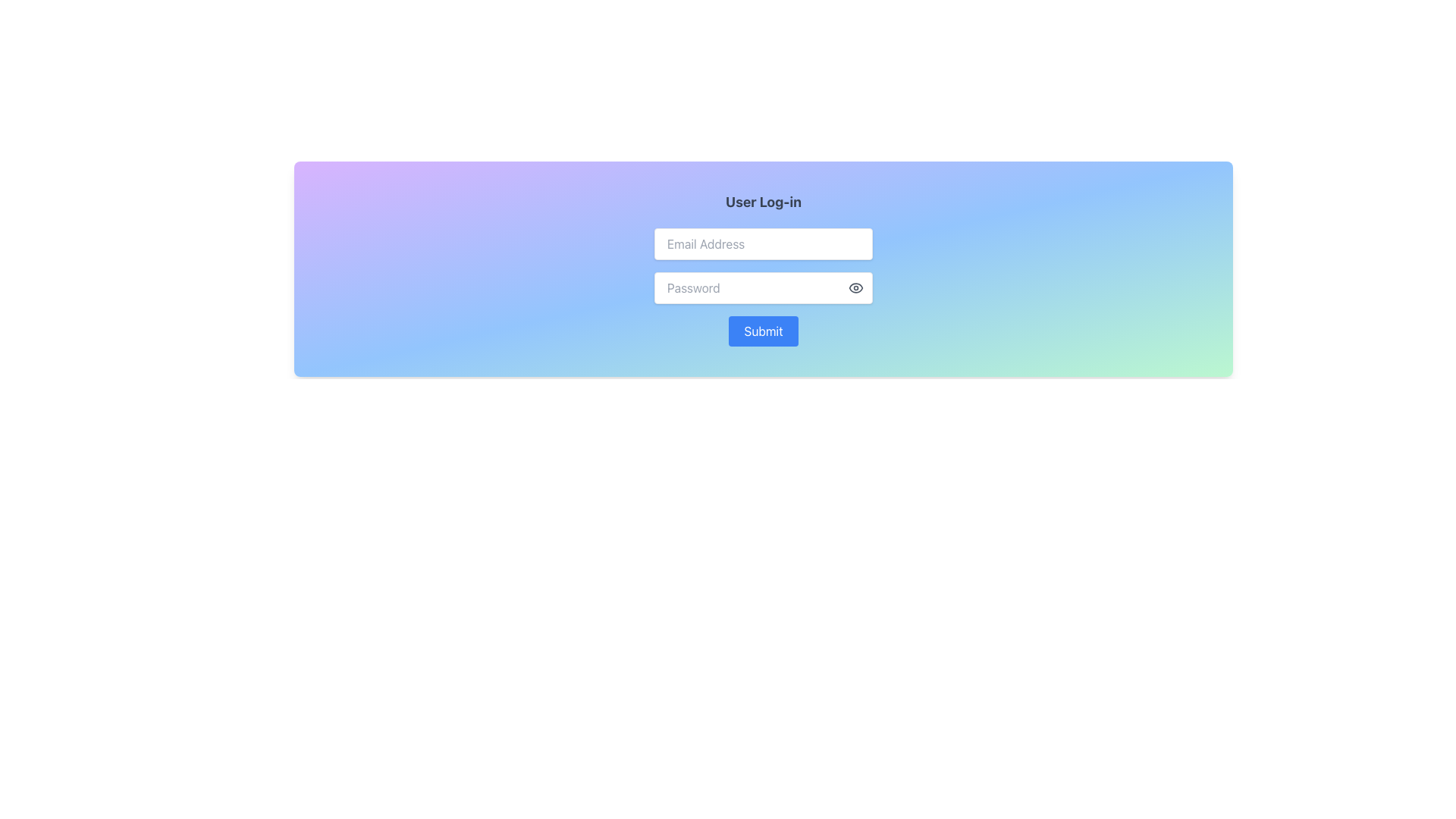 This screenshot has width=1456, height=819. I want to click on the toggle button, so click(855, 288).